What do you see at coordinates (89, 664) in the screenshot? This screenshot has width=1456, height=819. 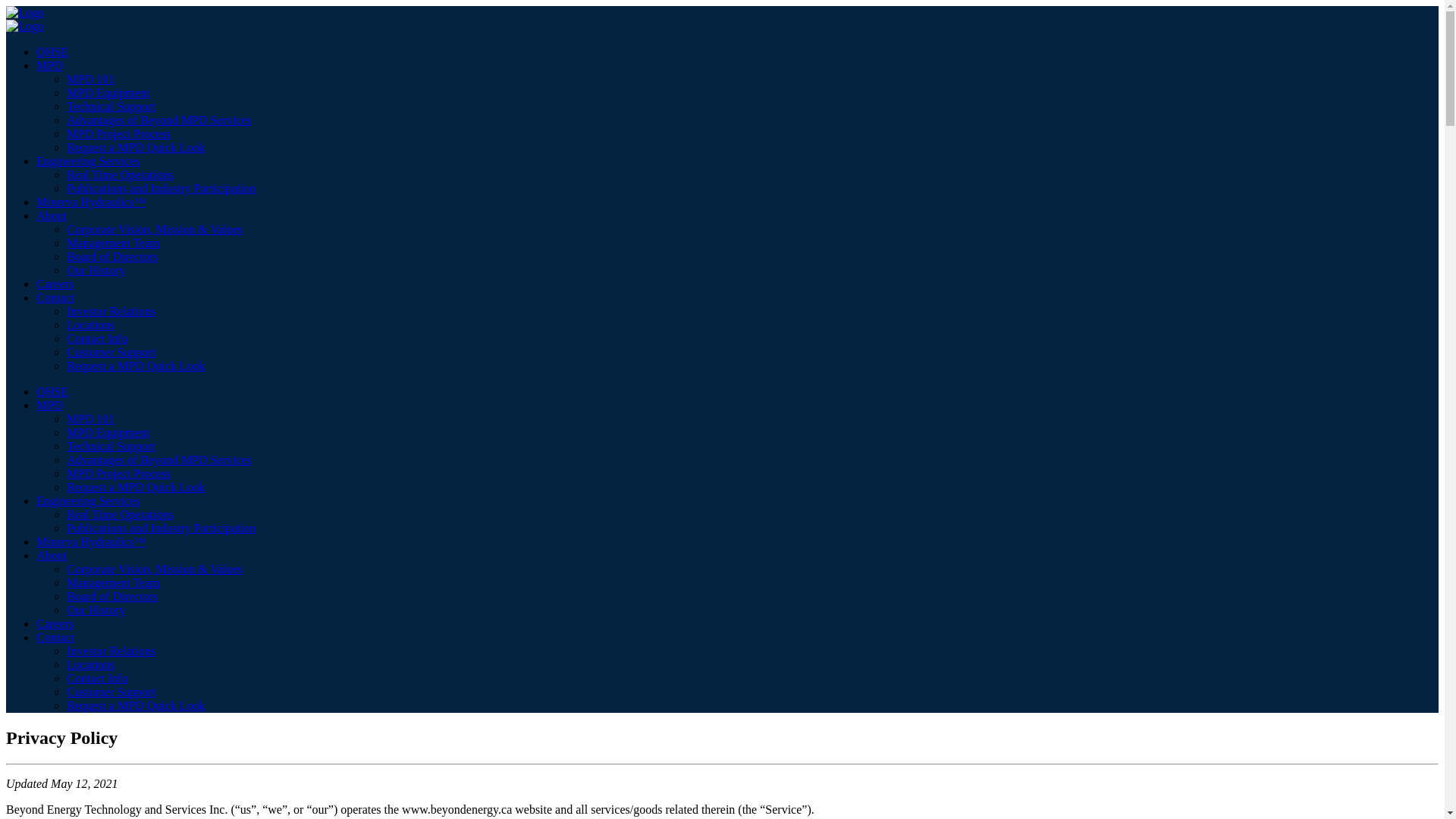 I see `'Locations'` at bounding box center [89, 664].